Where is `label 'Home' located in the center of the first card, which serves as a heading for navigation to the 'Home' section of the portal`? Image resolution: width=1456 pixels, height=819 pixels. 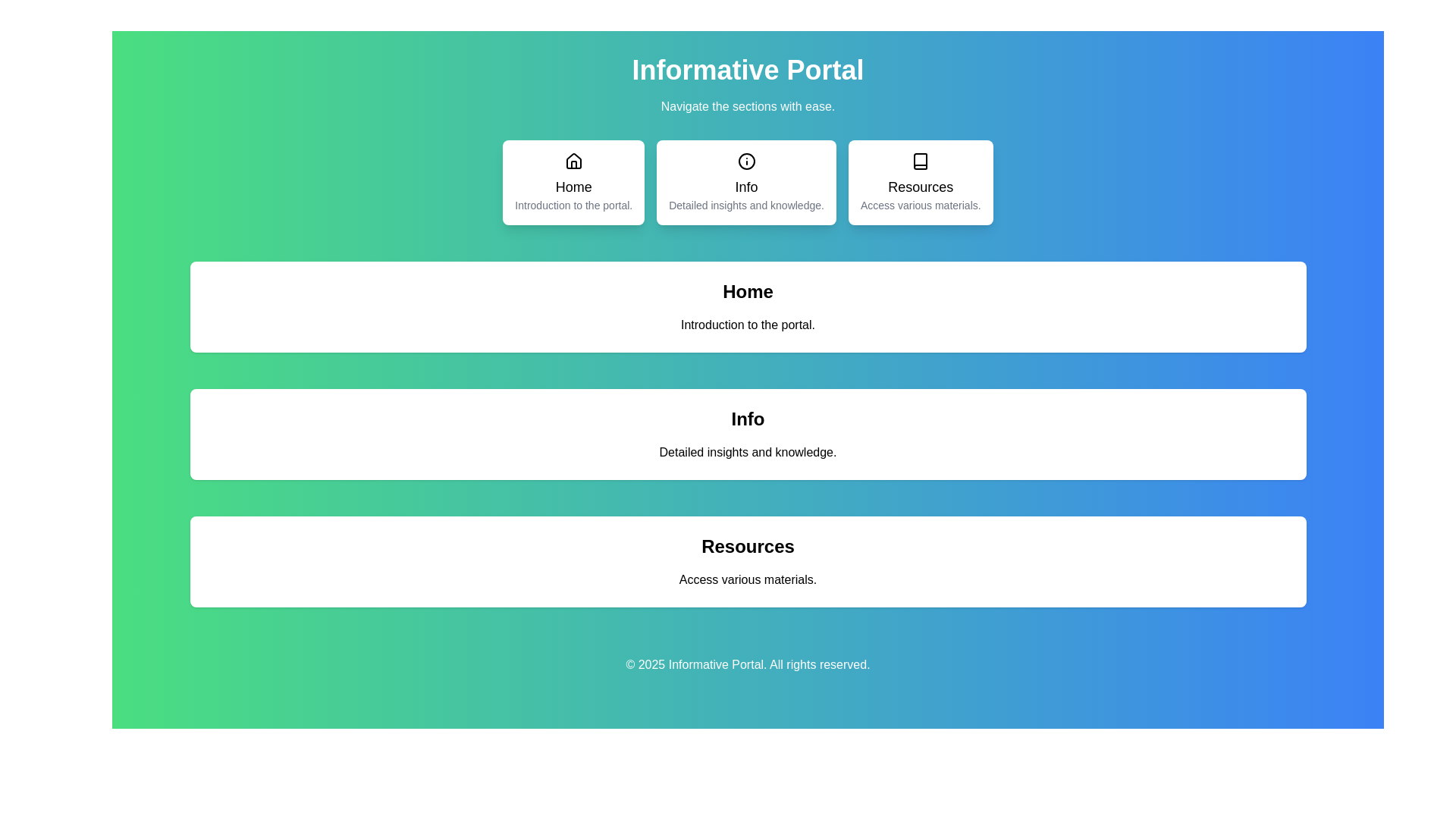
label 'Home' located in the center of the first card, which serves as a heading for navigation to the 'Home' section of the portal is located at coordinates (573, 186).